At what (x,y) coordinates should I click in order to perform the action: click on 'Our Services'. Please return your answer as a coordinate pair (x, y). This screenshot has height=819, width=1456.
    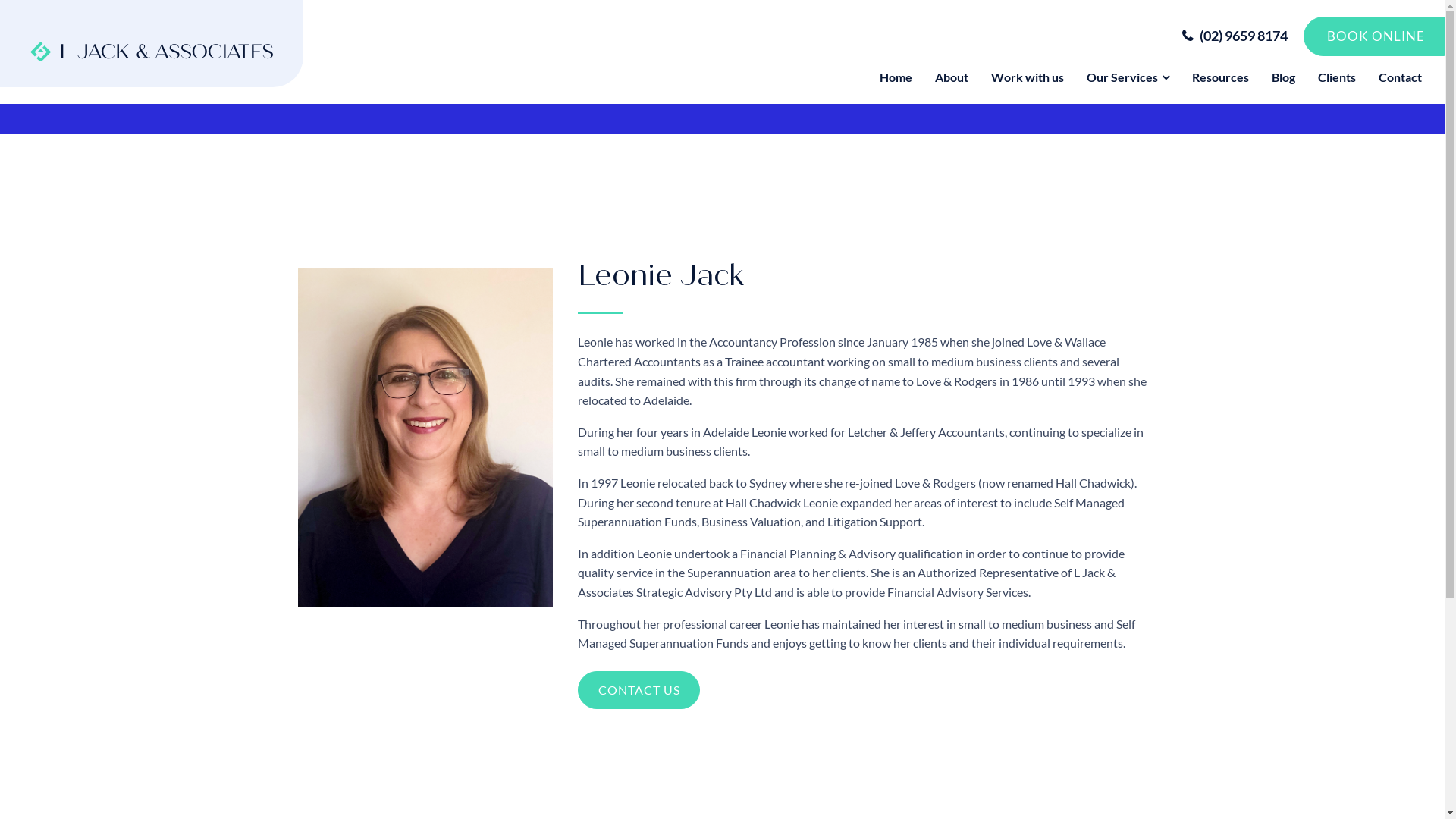
    Looking at the image, I should click on (1128, 77).